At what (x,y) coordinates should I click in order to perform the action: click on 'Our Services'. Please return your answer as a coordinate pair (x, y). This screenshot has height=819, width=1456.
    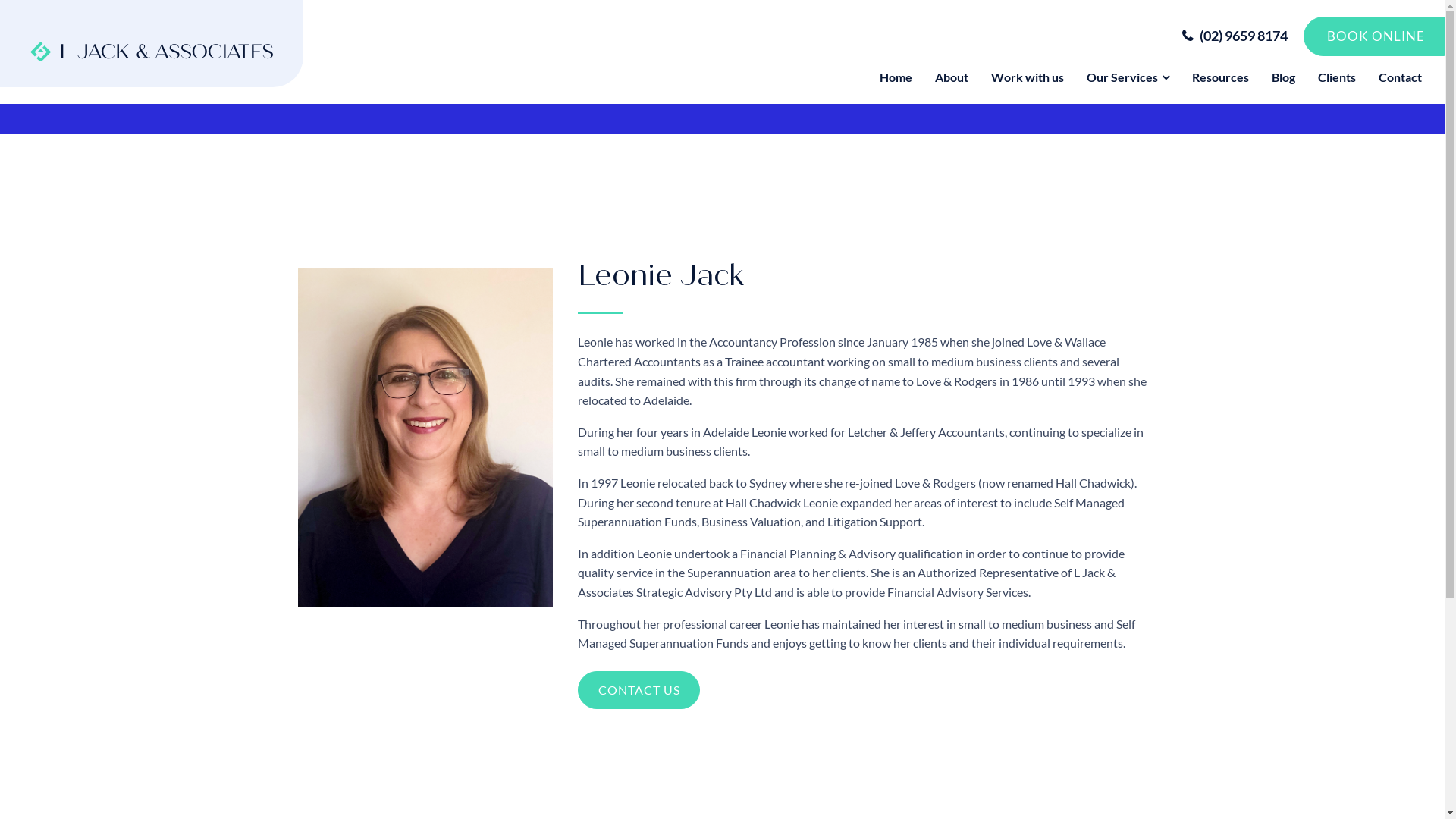
    Looking at the image, I should click on (1128, 77).